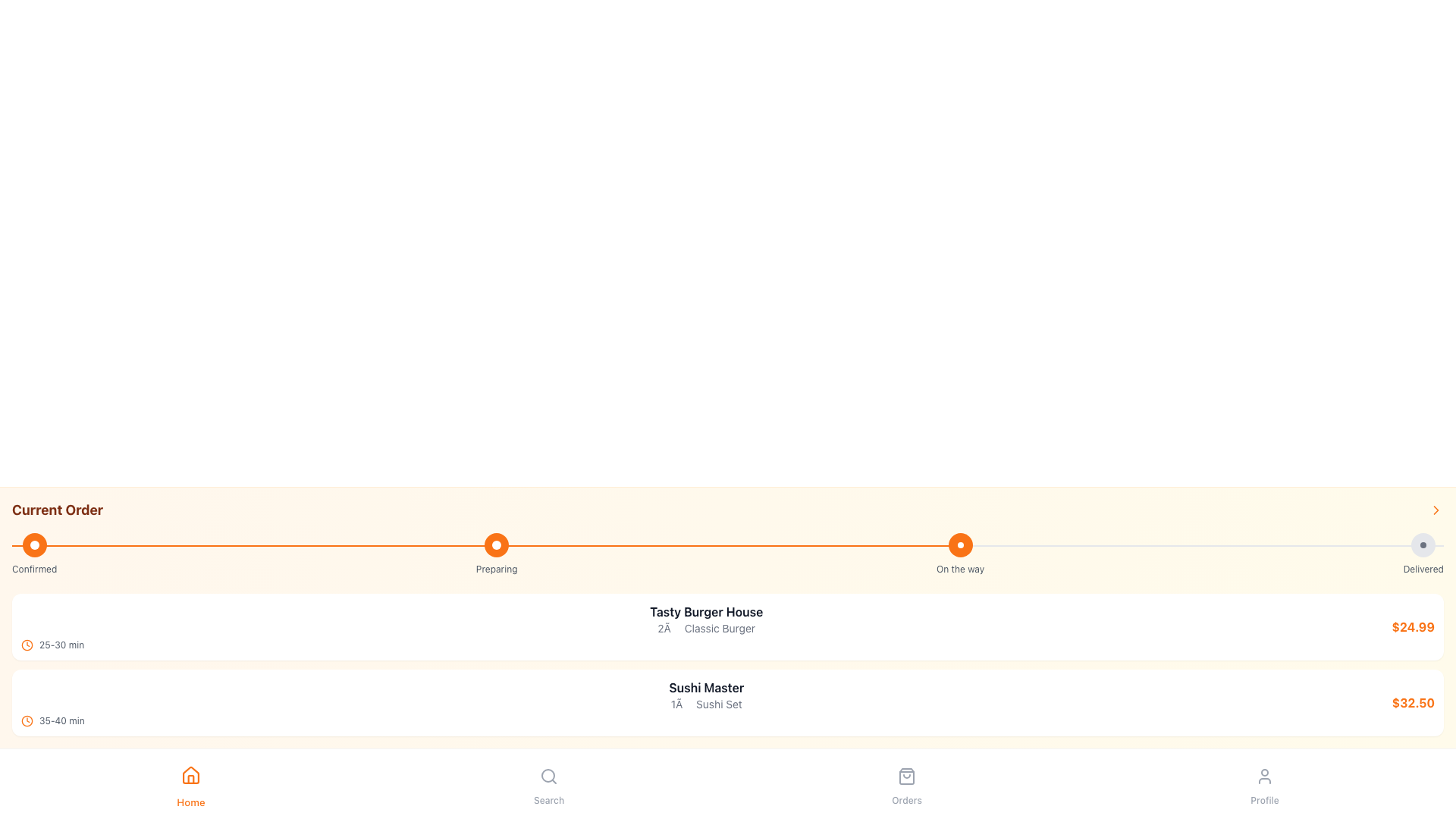  I want to click on text label displaying '25-30 min' which provides the estimated delivery time, located next to a small clock icon, so click(61, 645).